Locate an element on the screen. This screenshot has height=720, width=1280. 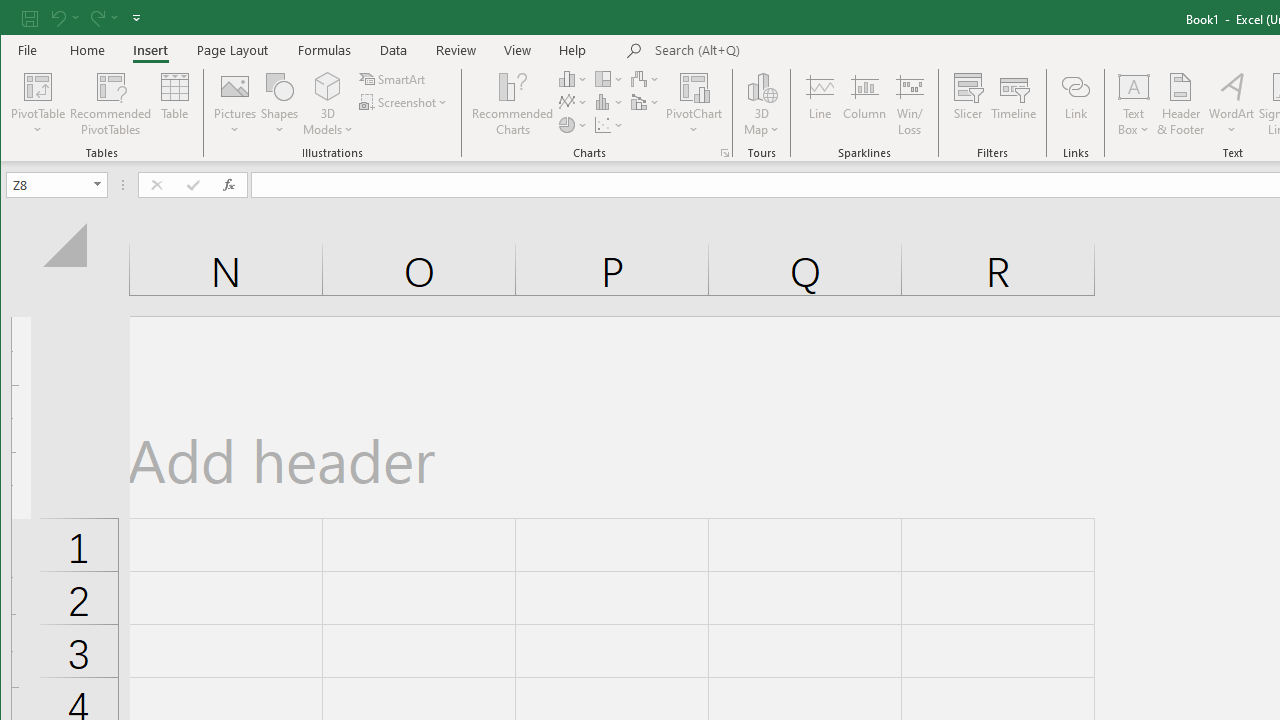
'Slicer...' is located at coordinates (968, 104).